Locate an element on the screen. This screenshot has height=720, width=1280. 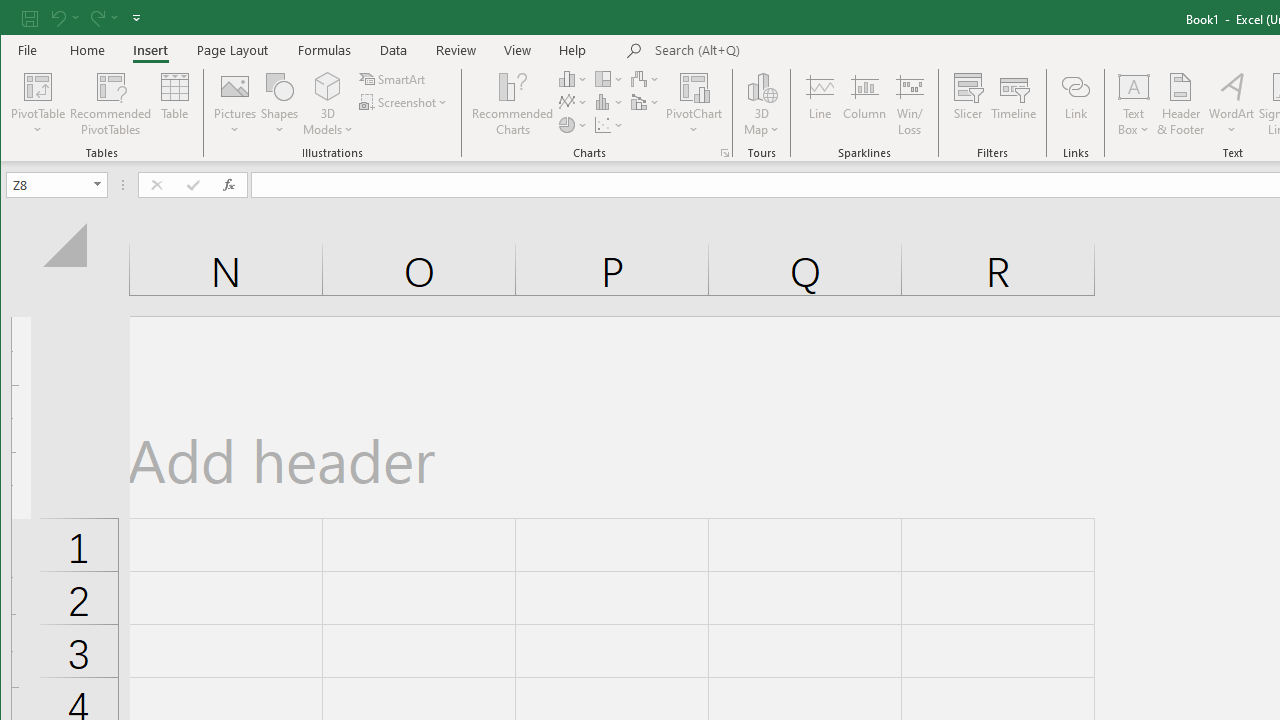
'Slicer...' is located at coordinates (968, 104).